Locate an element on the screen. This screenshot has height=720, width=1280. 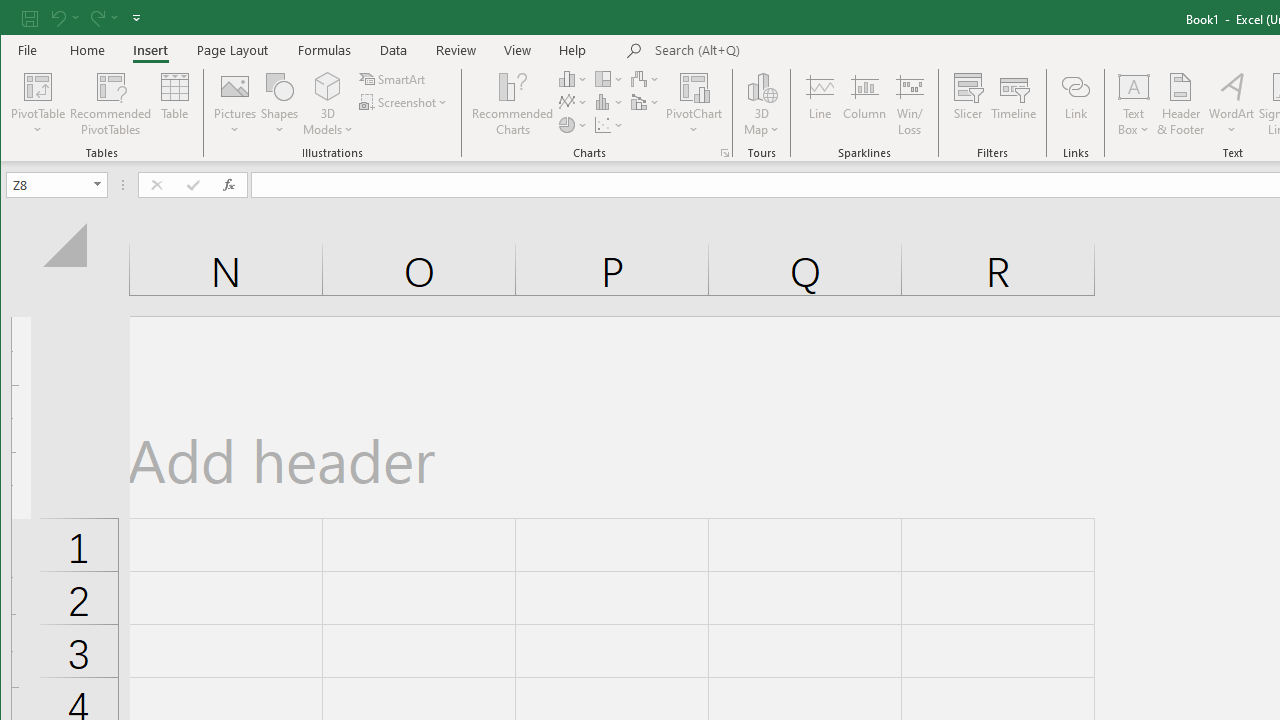
'Slicer...' is located at coordinates (968, 104).